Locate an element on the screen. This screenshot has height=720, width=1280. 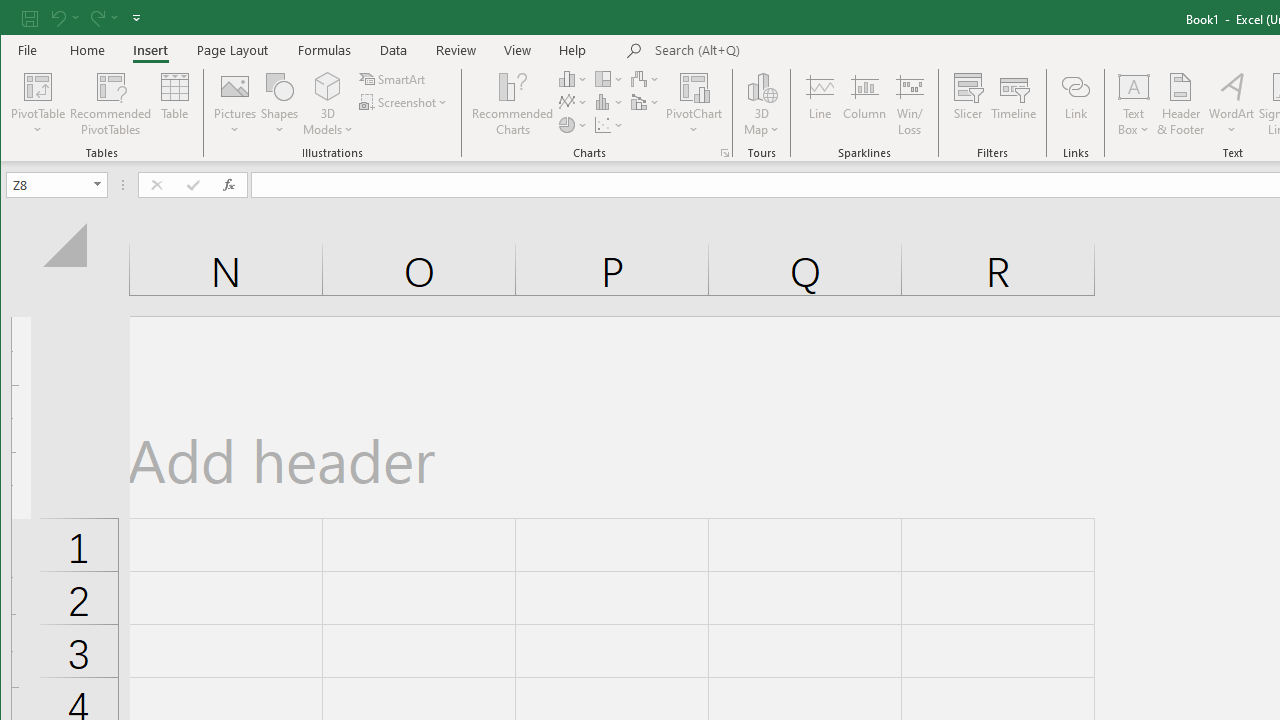
'Slicer...' is located at coordinates (968, 104).